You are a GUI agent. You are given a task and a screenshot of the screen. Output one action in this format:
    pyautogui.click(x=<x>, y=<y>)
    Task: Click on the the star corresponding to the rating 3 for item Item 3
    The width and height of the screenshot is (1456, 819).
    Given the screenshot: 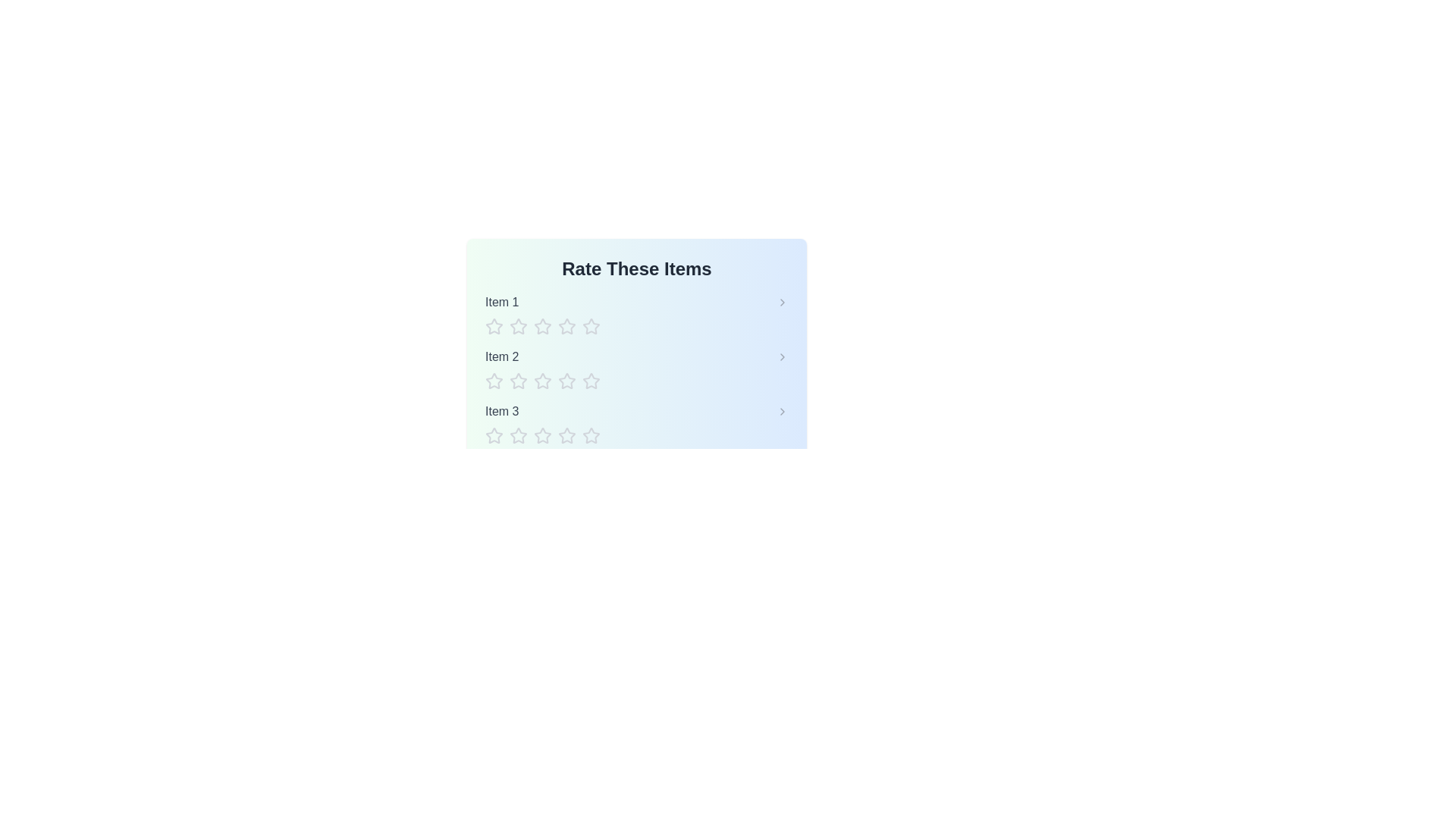 What is the action you would take?
    pyautogui.click(x=542, y=435)
    